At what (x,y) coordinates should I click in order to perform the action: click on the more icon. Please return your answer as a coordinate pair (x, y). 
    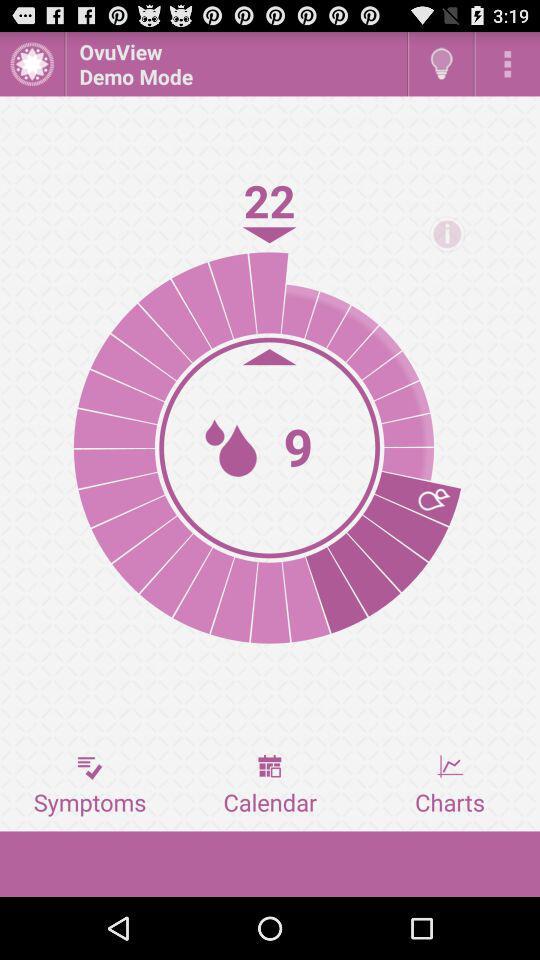
    Looking at the image, I should click on (507, 68).